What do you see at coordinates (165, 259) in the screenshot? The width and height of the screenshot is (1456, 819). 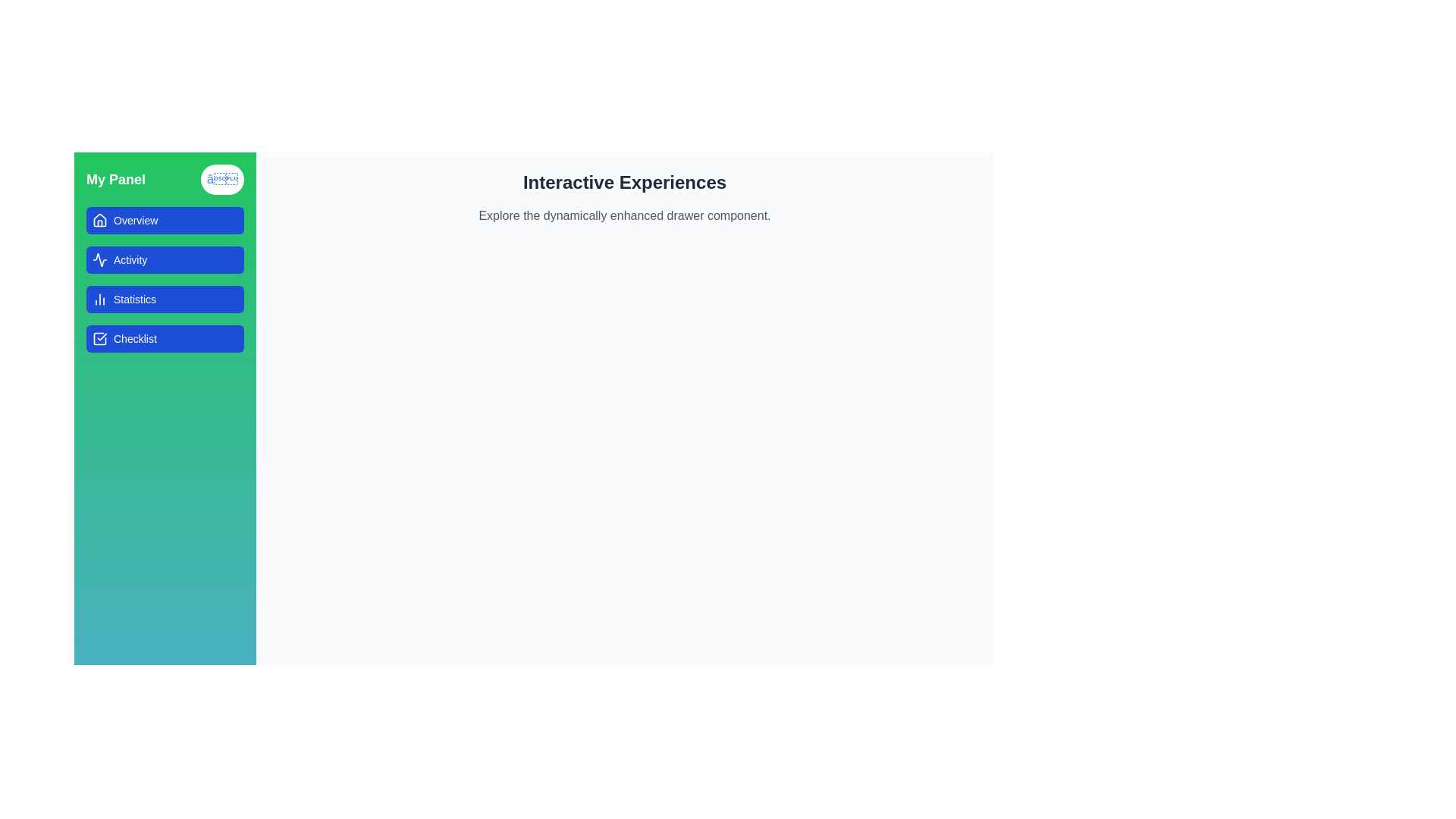 I see `the blue rectangular button labeled 'Activity' to change its background color` at bounding box center [165, 259].